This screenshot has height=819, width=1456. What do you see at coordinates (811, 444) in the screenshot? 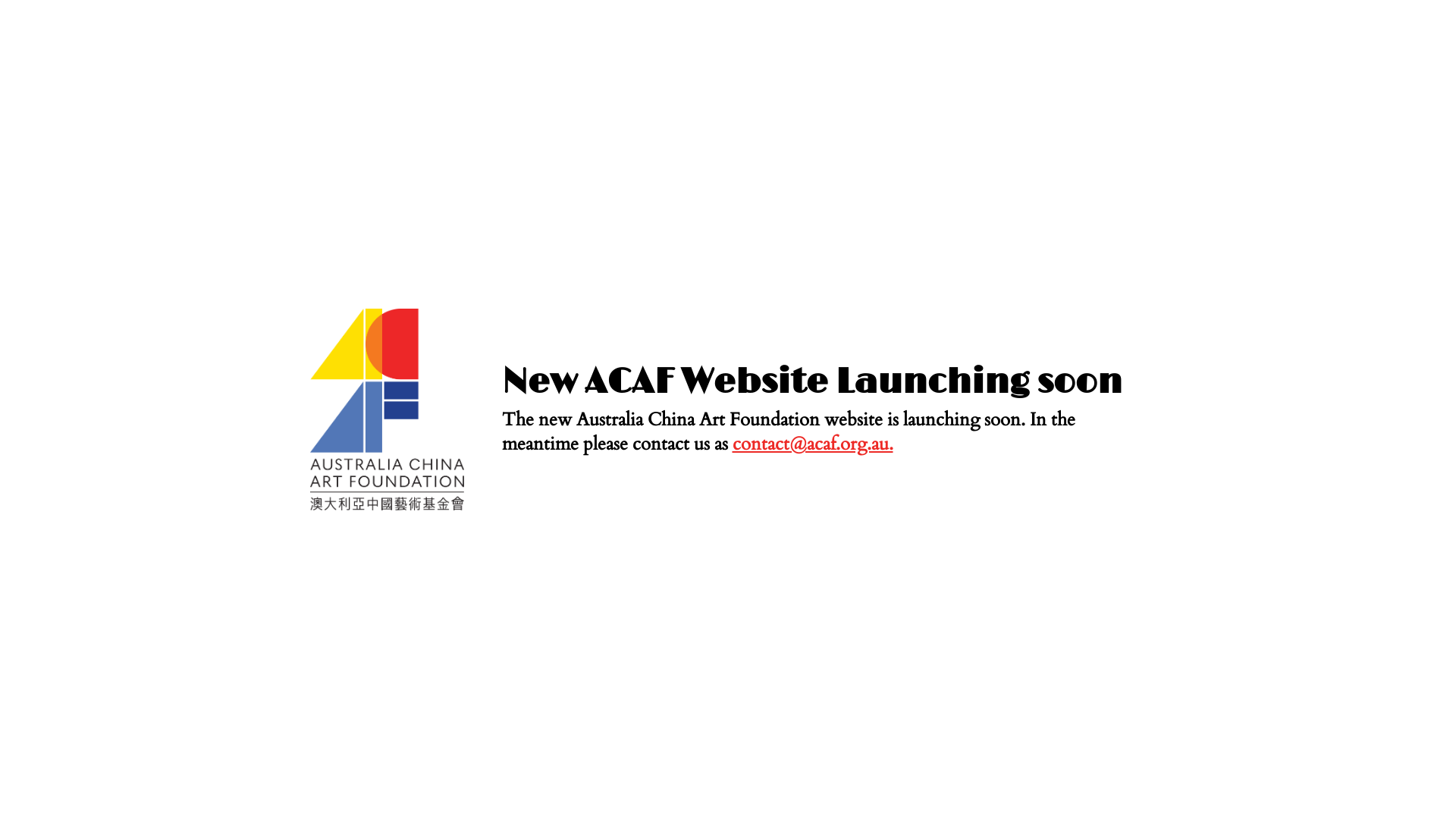
I see `'contact@acaf.org.au.'` at bounding box center [811, 444].